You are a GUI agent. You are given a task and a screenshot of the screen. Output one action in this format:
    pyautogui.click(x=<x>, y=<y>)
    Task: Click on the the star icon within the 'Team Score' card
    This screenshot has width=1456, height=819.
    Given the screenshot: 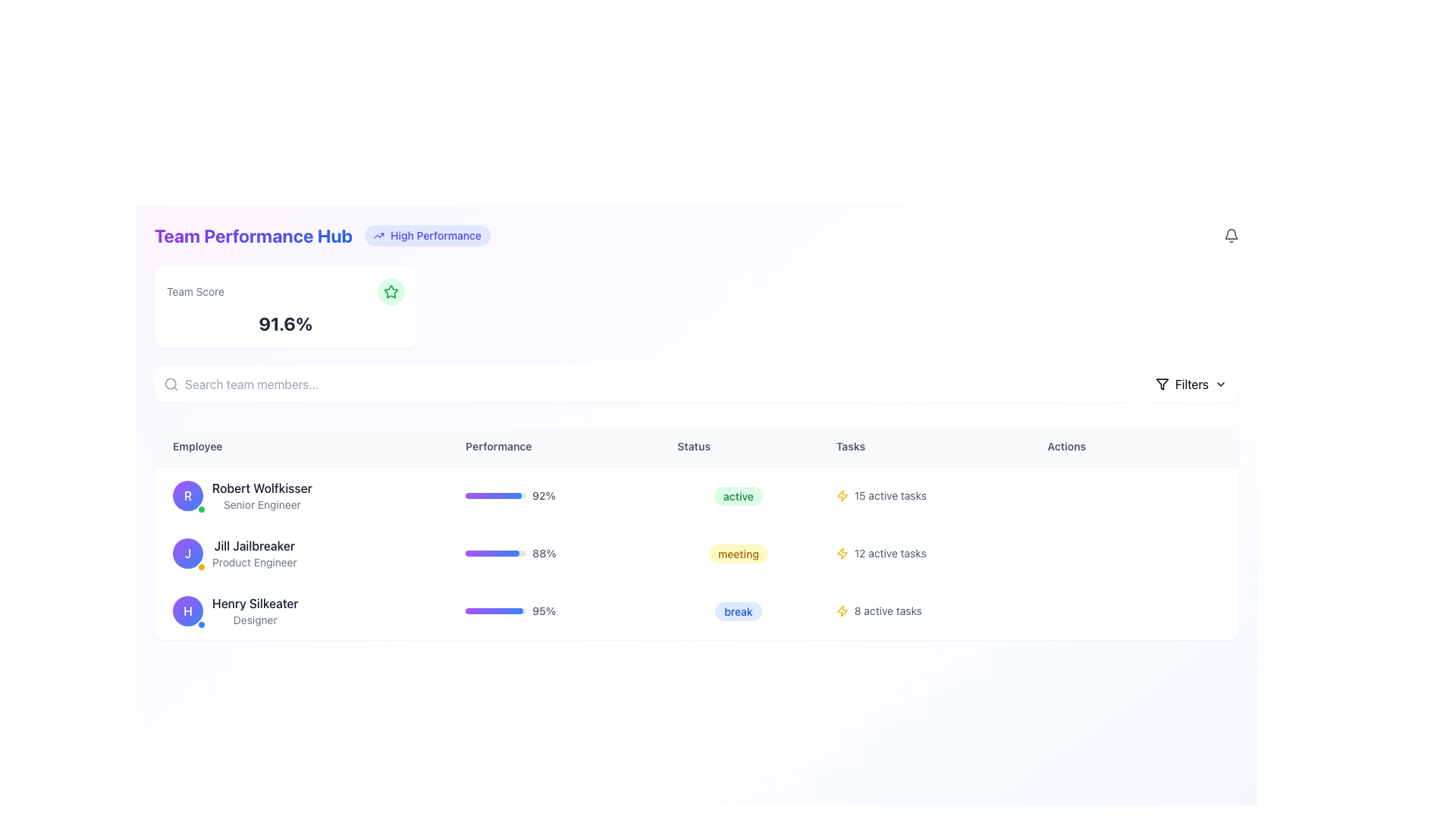 What is the action you would take?
    pyautogui.click(x=391, y=291)
    